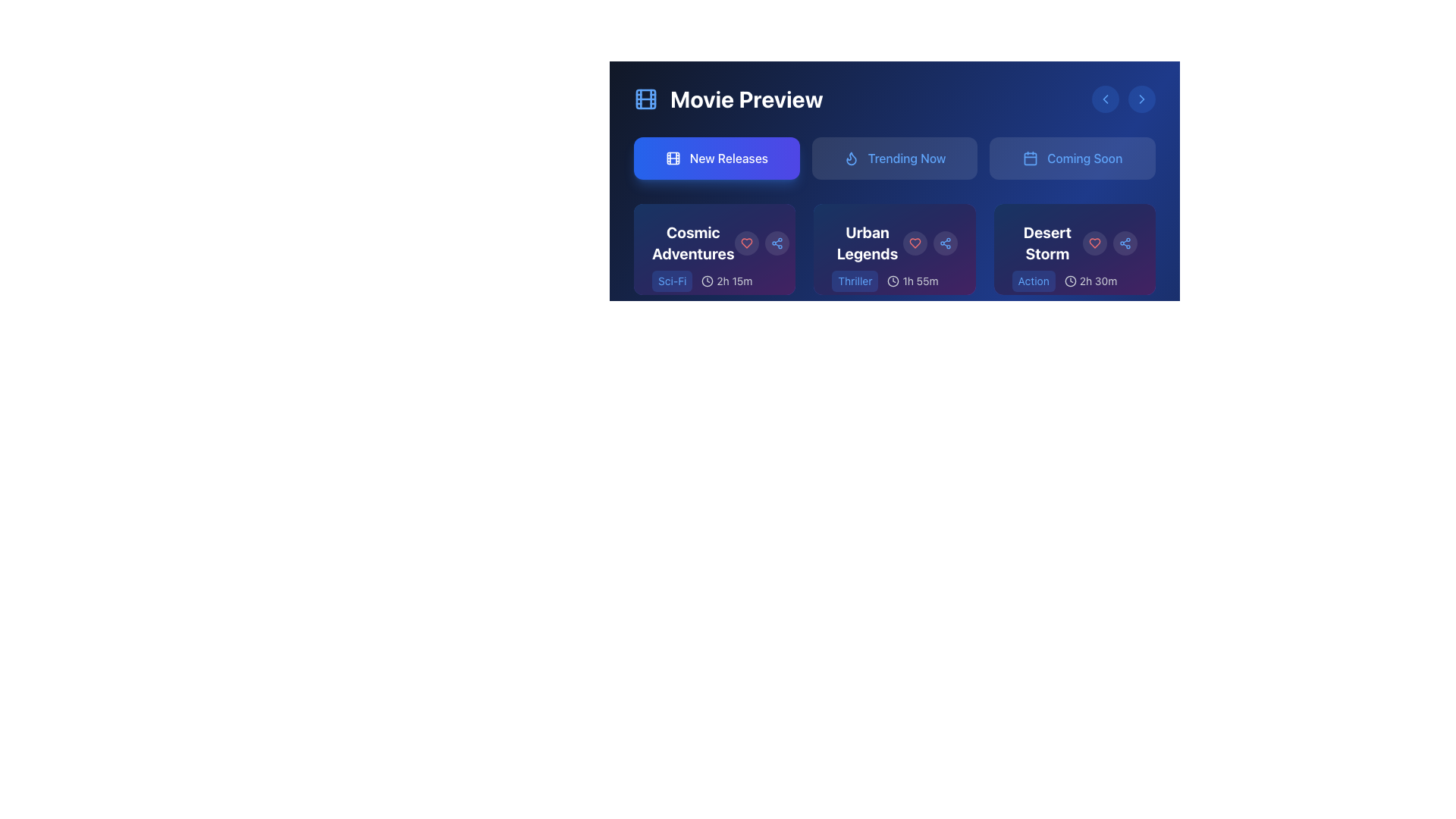 Image resolution: width=1456 pixels, height=819 pixels. I want to click on the SVG icon representing 'trending' located to the left of the 'Trending Now' button in the navigation bar, so click(851, 158).